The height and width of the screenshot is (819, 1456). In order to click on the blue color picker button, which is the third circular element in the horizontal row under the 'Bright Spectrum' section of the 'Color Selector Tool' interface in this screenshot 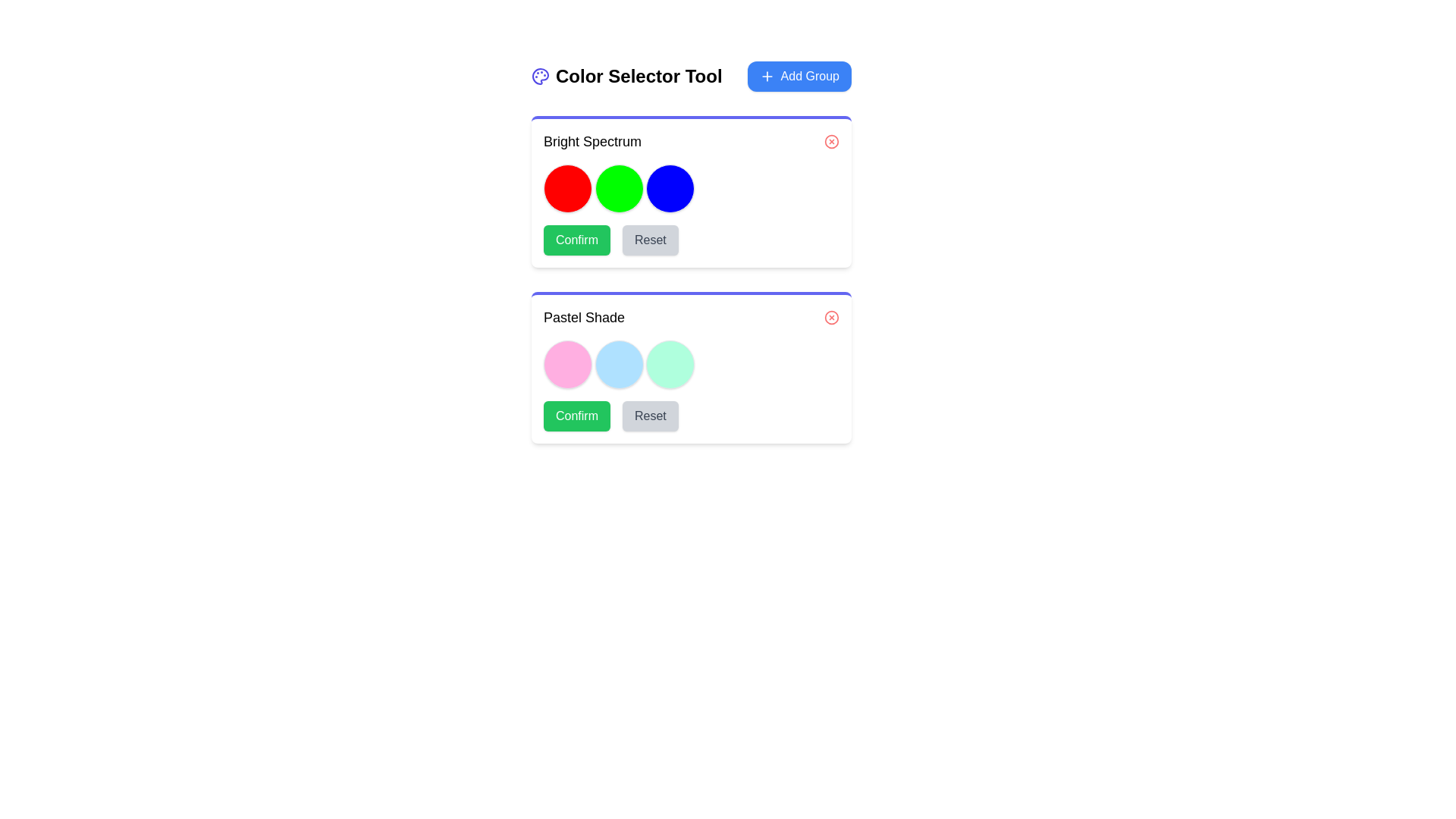, I will do `click(670, 188)`.